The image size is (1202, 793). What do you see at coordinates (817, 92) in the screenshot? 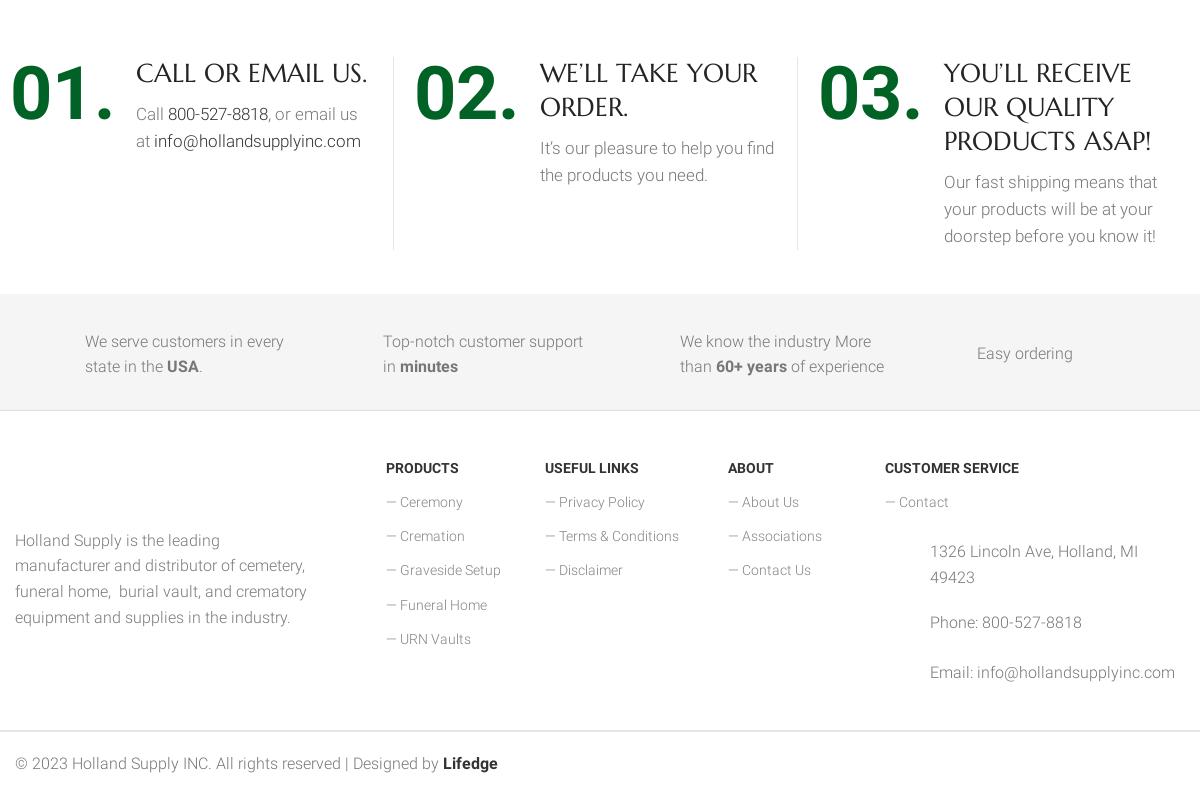
I see `'03.'` at bounding box center [817, 92].